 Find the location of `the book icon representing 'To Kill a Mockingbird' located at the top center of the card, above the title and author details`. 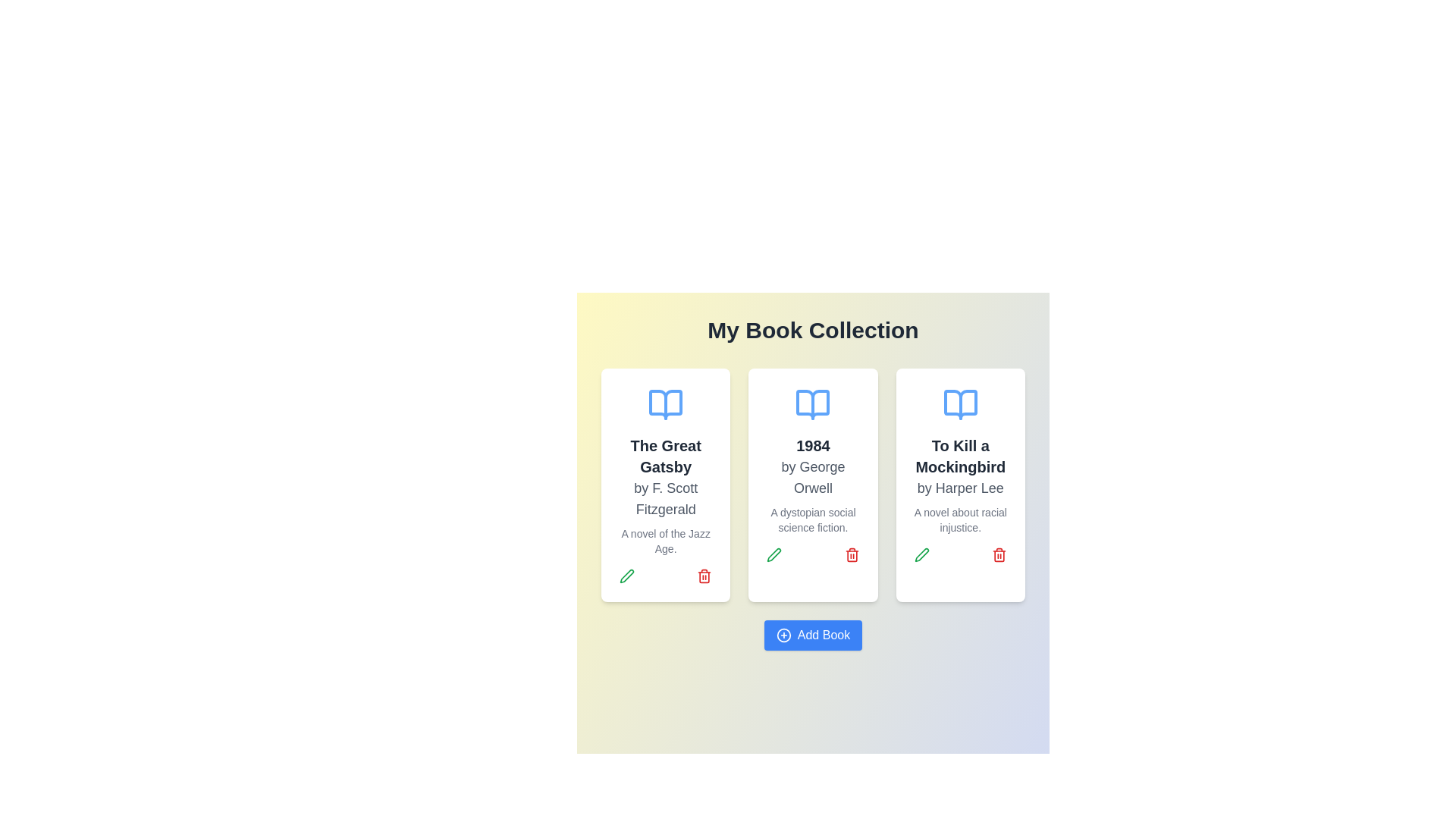

the book icon representing 'To Kill a Mockingbird' located at the top center of the card, above the title and author details is located at coordinates (959, 403).